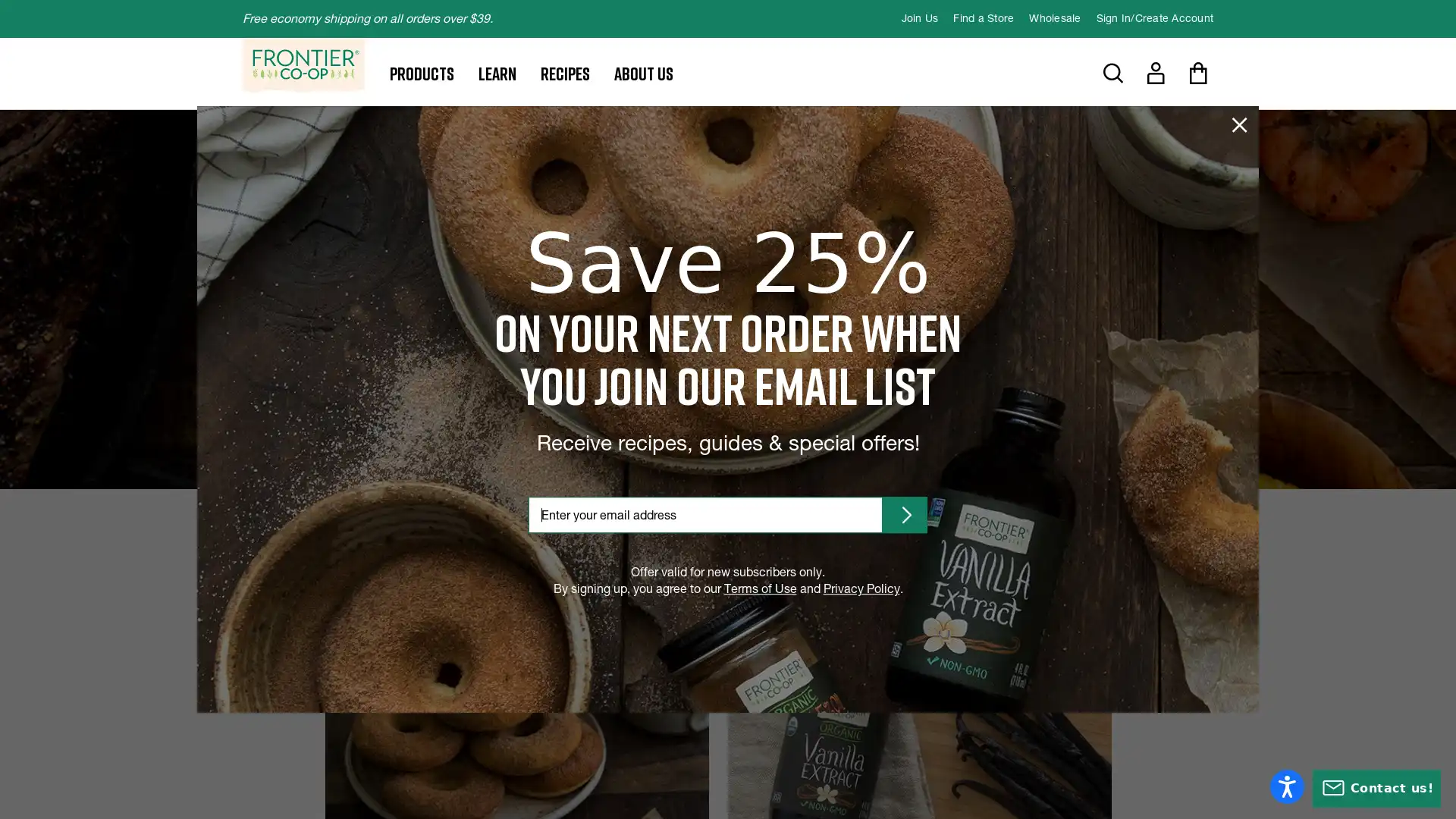  Describe the element at coordinates (1197, 73) in the screenshot. I see `My Cart` at that location.